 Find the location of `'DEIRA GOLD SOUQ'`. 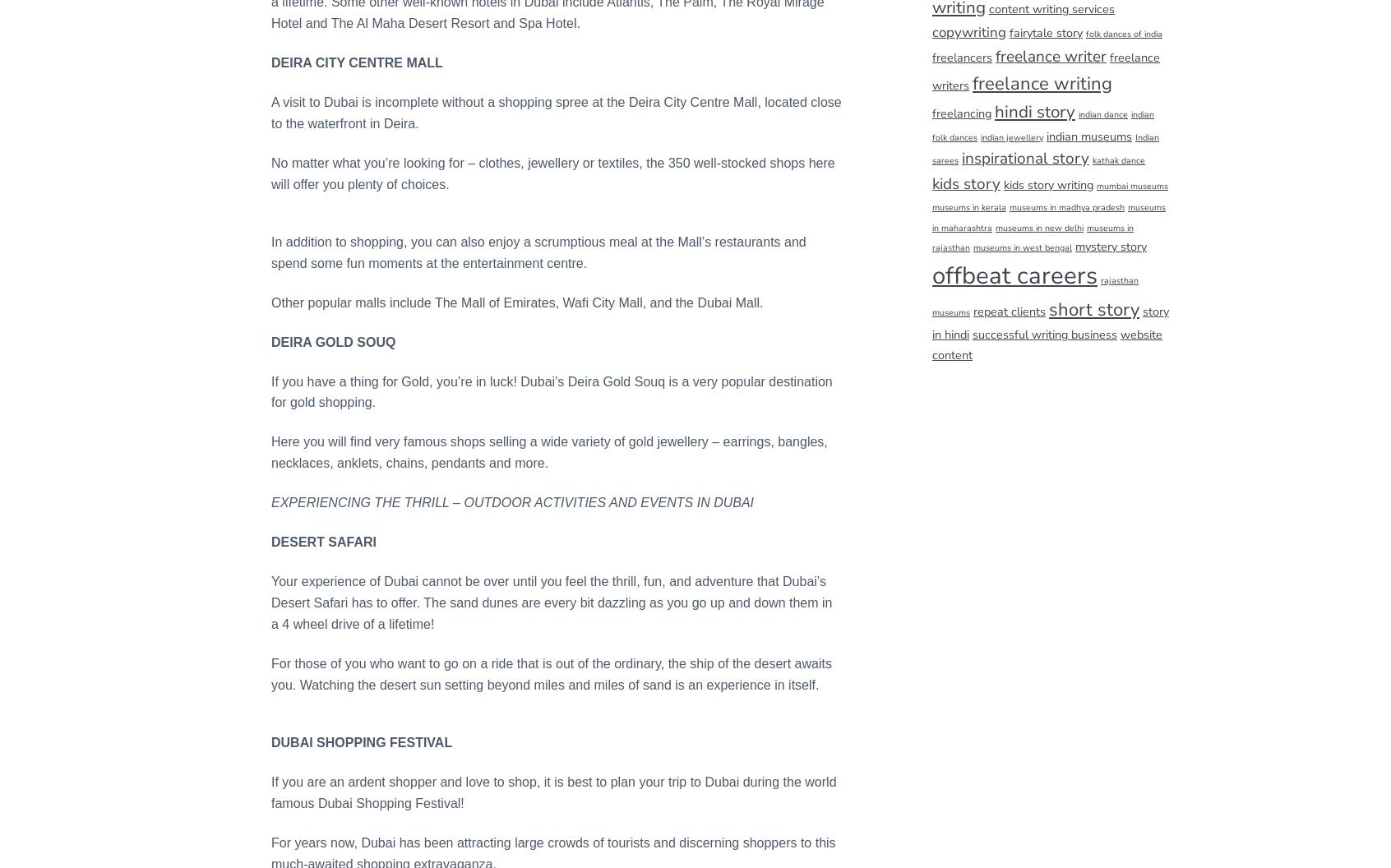

'DEIRA GOLD SOUQ' is located at coordinates (333, 341).